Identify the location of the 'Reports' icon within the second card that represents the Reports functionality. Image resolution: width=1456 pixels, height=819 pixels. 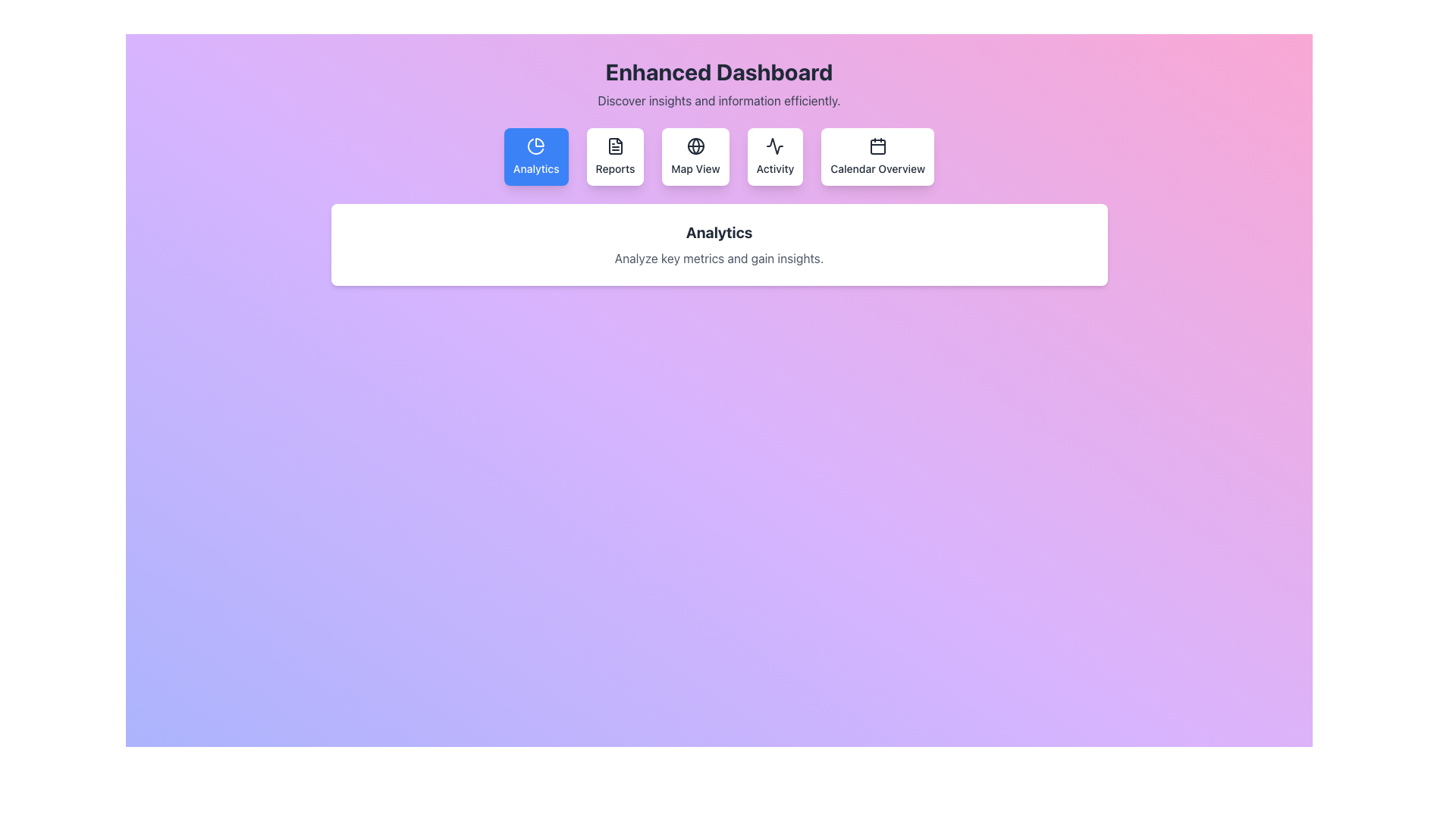
(615, 146).